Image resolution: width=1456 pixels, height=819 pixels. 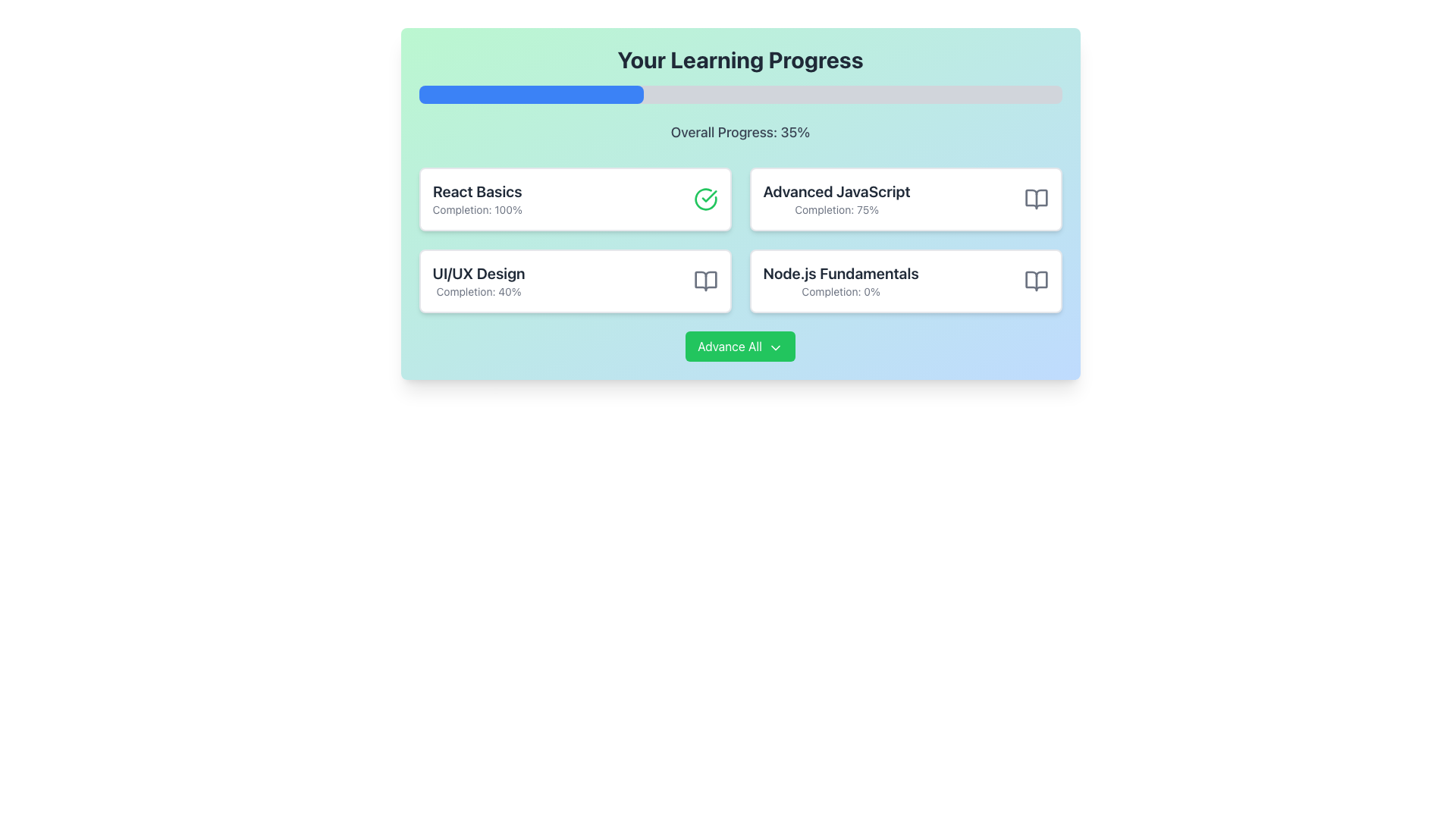 I want to click on the Icon (Chevron Down) located to the right of the 'Advance All' button, so click(x=775, y=347).